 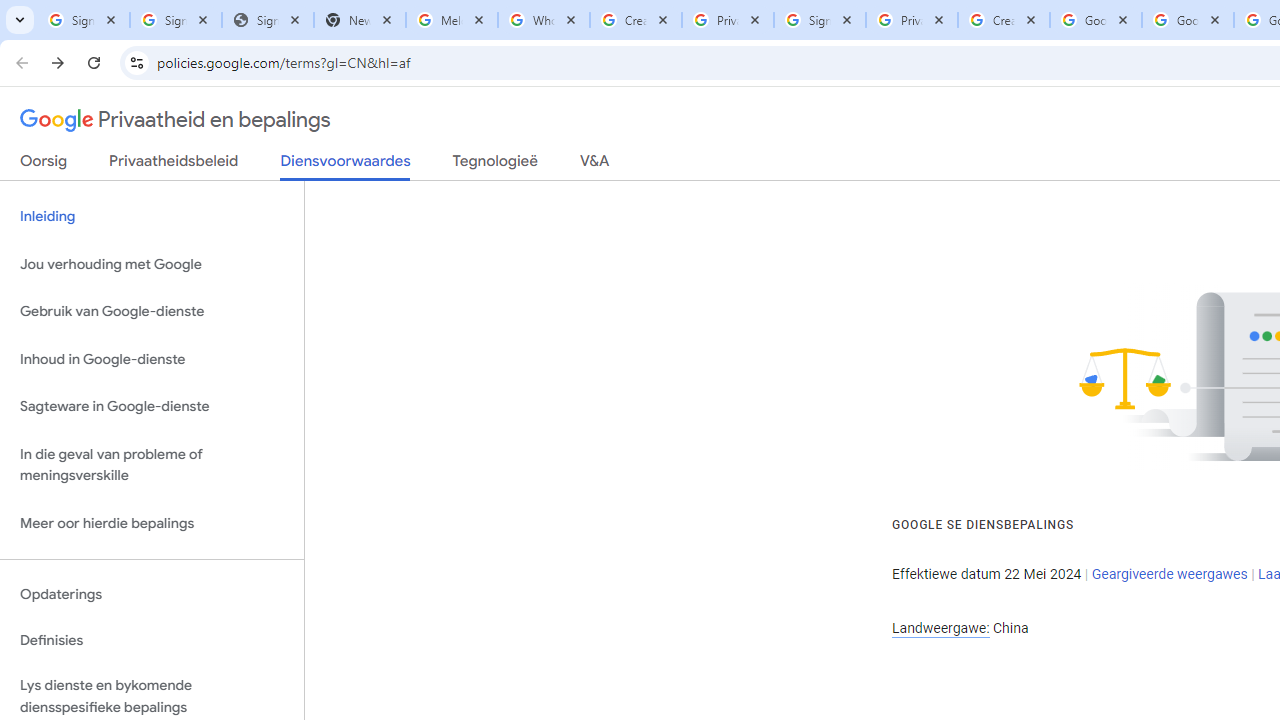 I want to click on 'Opdaterings', so click(x=151, y=593).